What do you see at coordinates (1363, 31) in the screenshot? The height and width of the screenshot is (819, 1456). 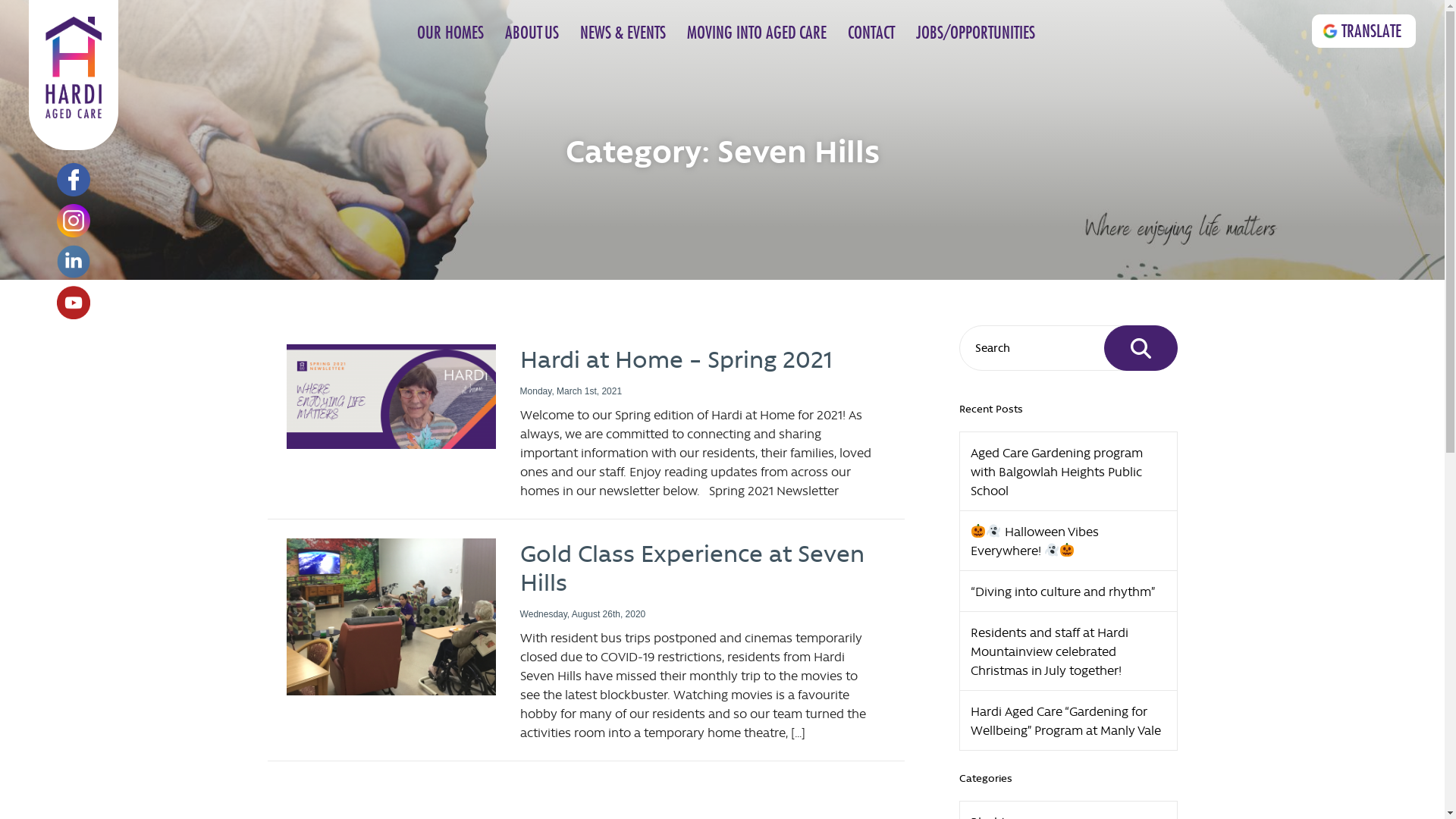 I see `'TRANSLATE'` at bounding box center [1363, 31].